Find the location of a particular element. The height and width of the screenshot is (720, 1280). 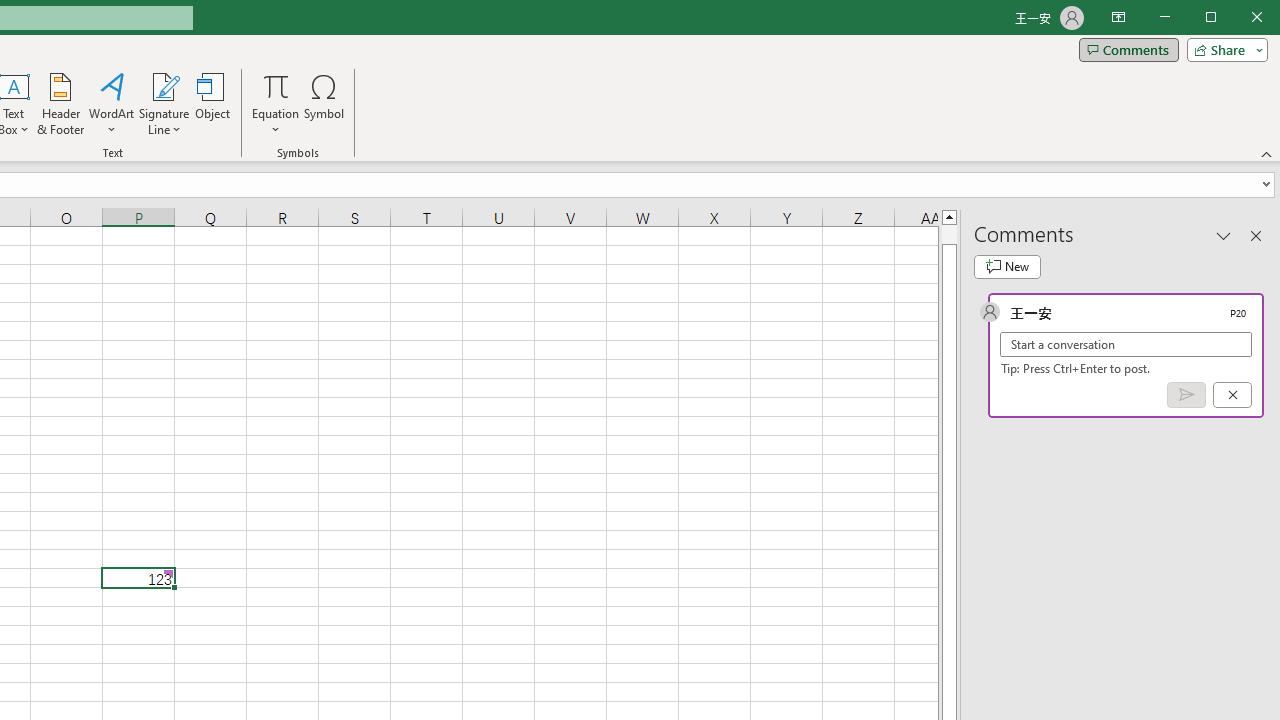

'Header & Footer...' is located at coordinates (60, 104).